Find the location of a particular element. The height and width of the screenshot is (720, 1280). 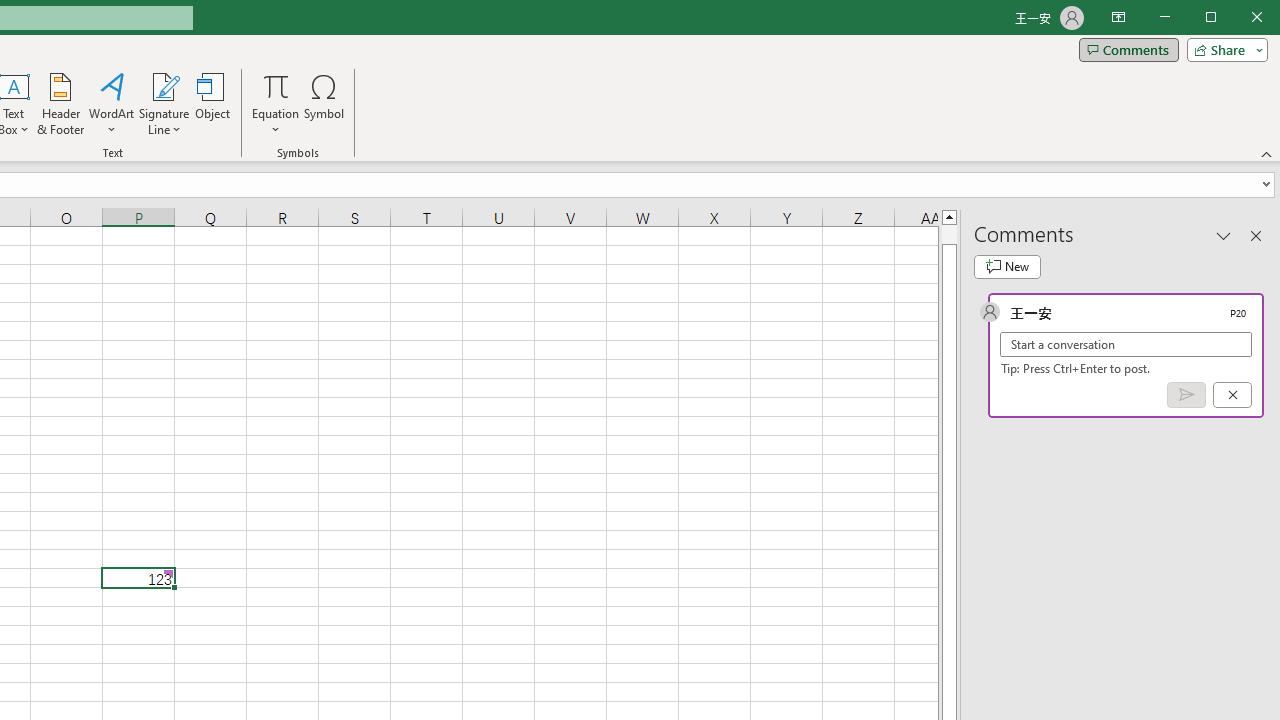

'Header & Footer...' is located at coordinates (60, 104).